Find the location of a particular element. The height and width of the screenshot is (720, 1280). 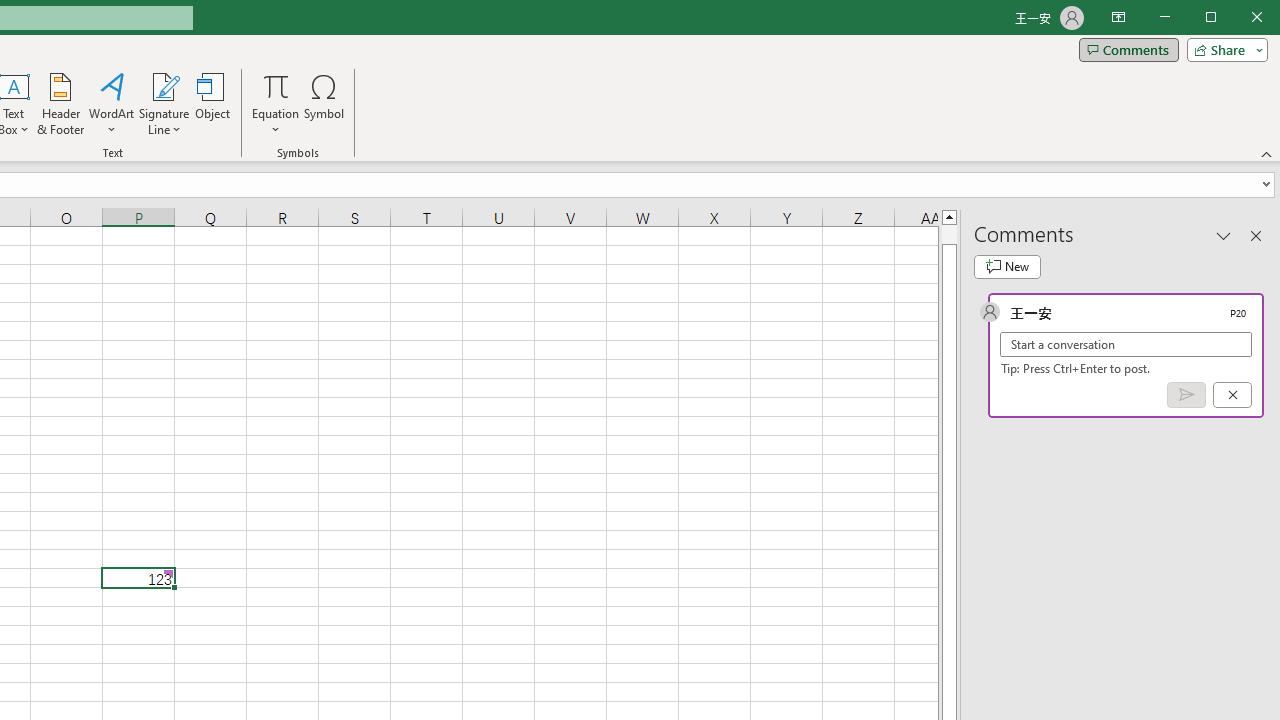

'Header & Footer...' is located at coordinates (60, 104).